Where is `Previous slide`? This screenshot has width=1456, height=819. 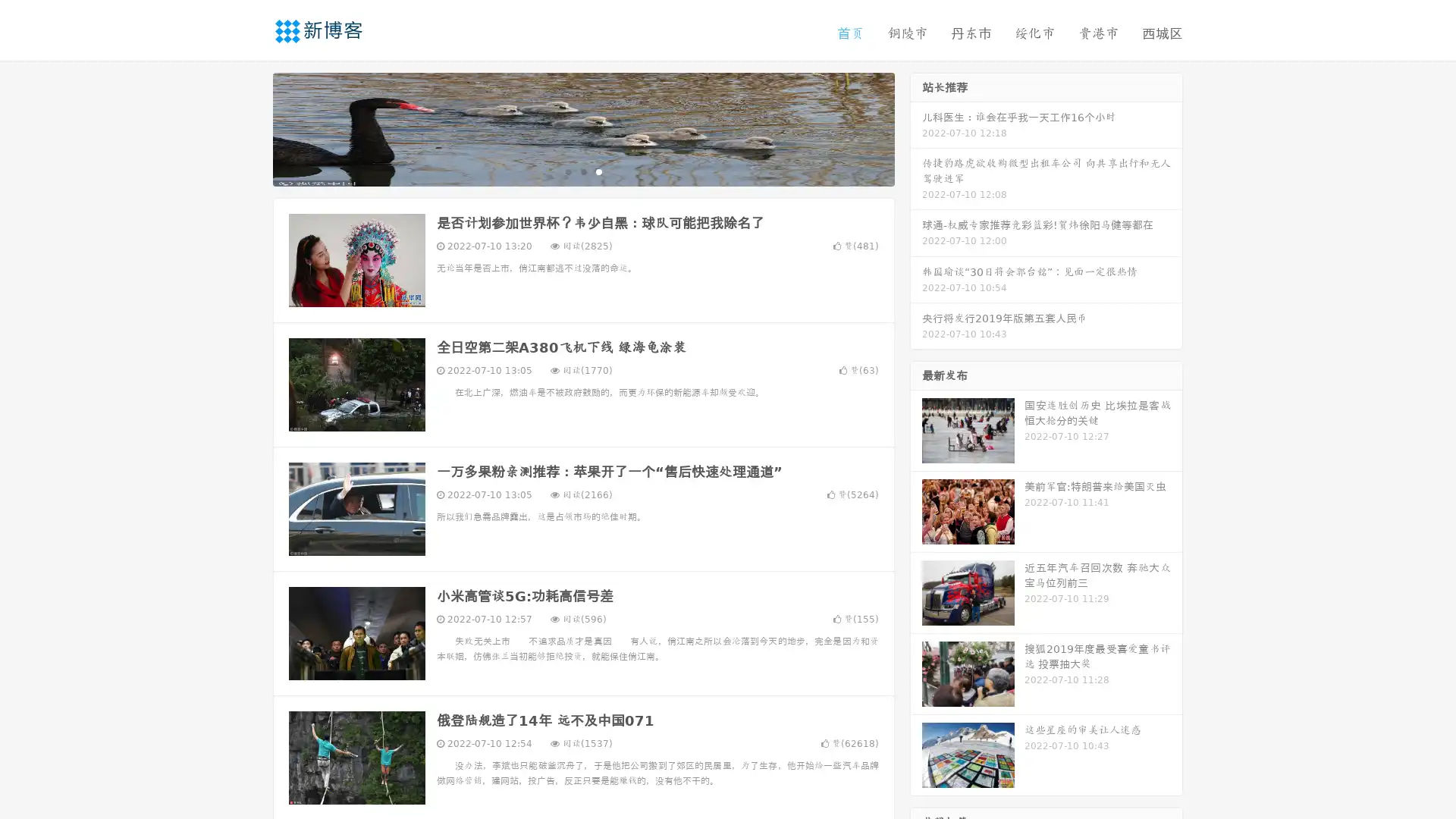 Previous slide is located at coordinates (250, 127).